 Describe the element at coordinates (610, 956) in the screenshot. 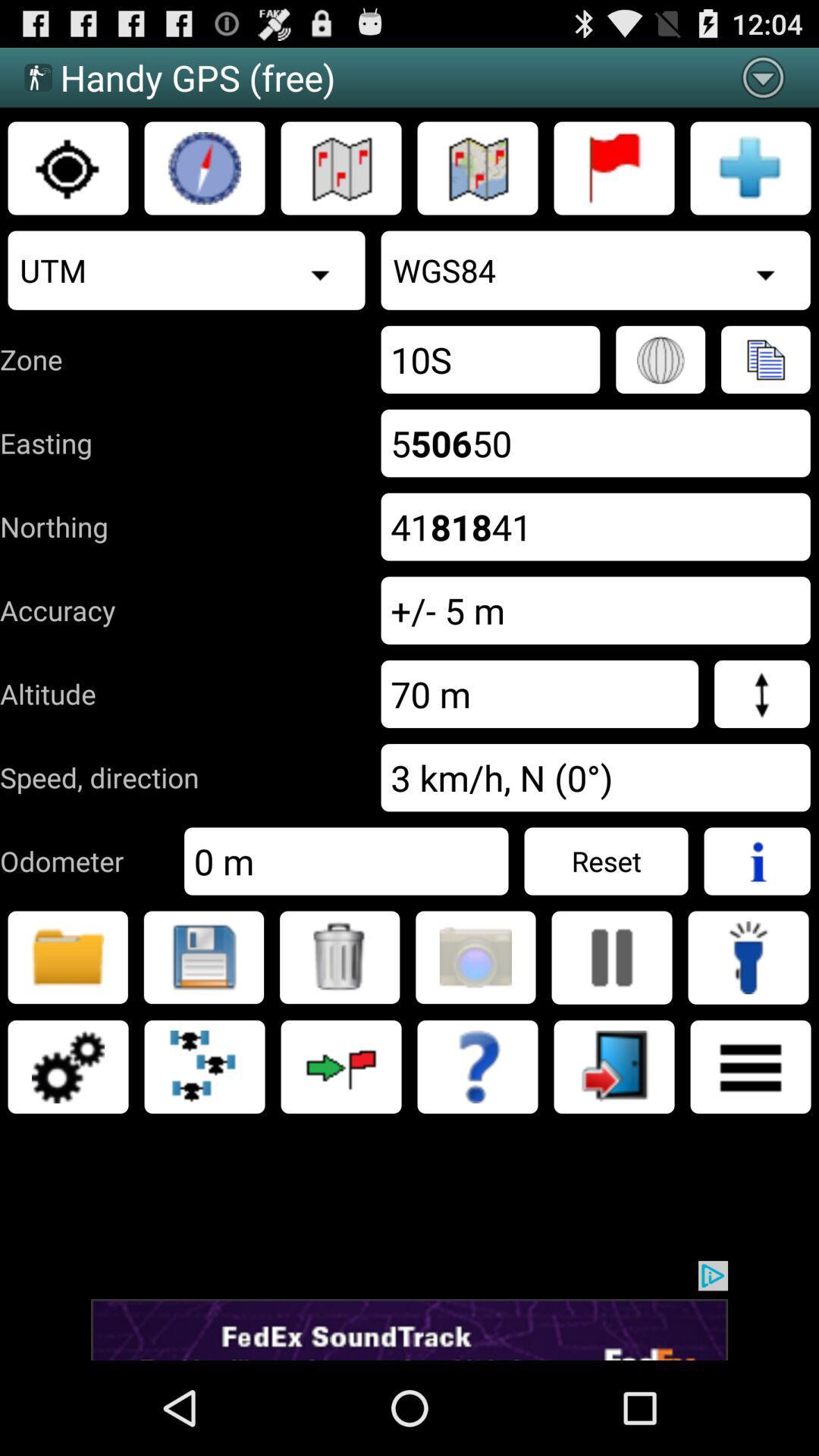

I see `pause` at that location.